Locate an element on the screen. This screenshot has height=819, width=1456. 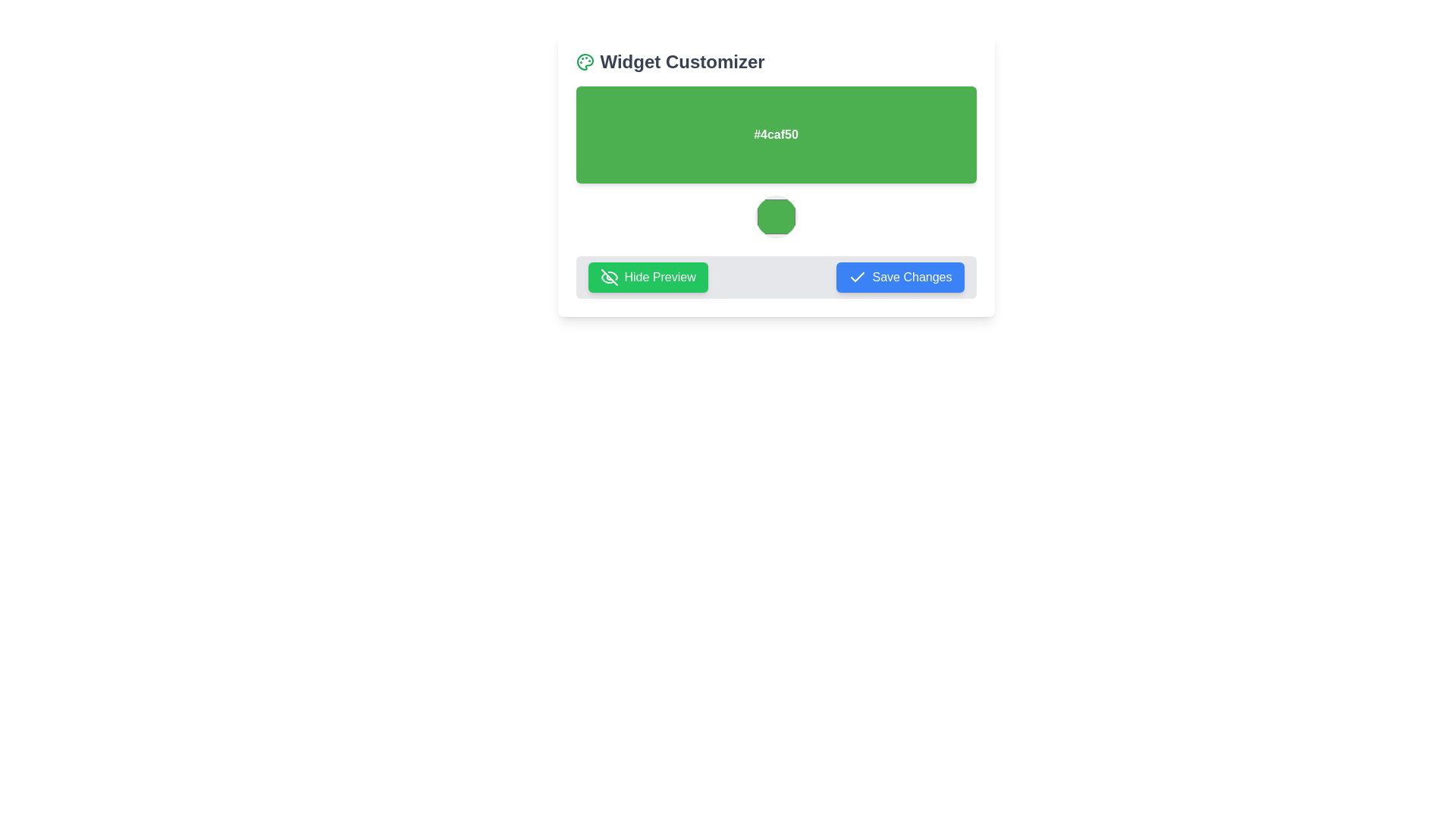
the rounded 'Save Changes' button with a checkmark icon on its left side to potentially reveal a tooltip or visual effect is located at coordinates (899, 278).